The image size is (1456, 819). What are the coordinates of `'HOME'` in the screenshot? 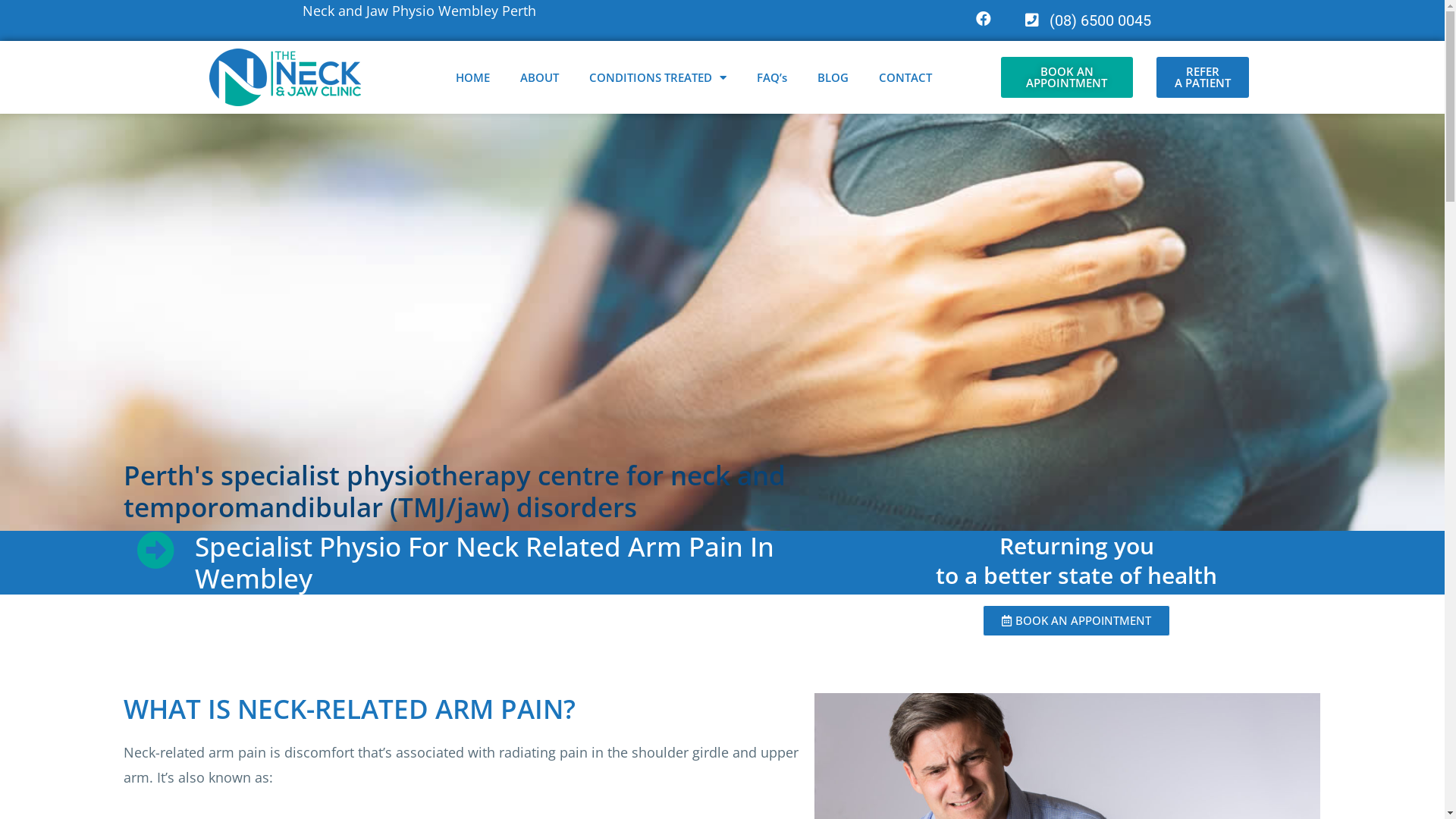 It's located at (472, 77).